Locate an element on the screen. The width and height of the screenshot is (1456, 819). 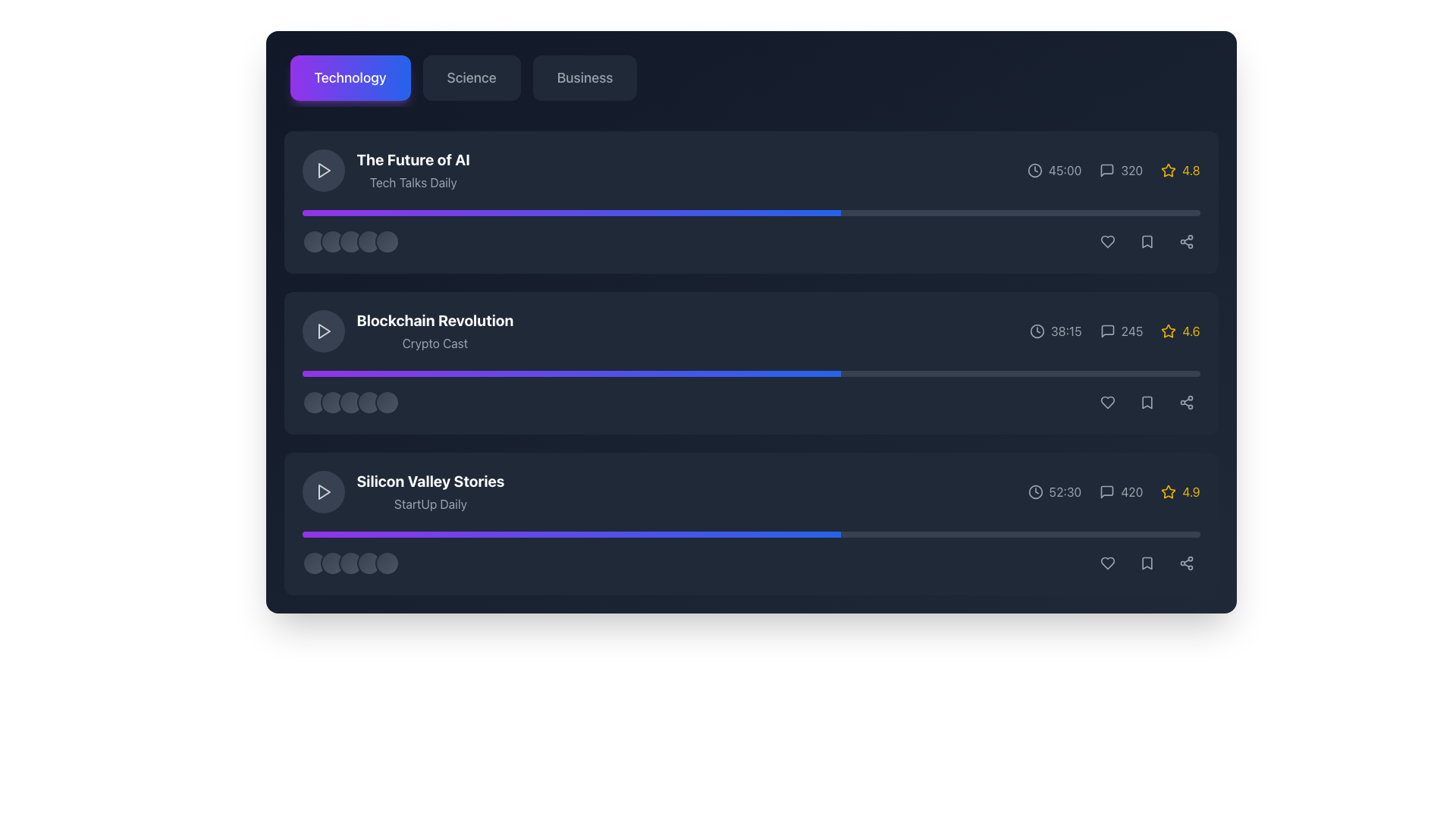
the share icon featuring three interconnected circular dots in gray outline located in the bottom-right corner of the 'Blockchain Revolution' podcast card to initiate a sharing action is located at coordinates (1185, 241).